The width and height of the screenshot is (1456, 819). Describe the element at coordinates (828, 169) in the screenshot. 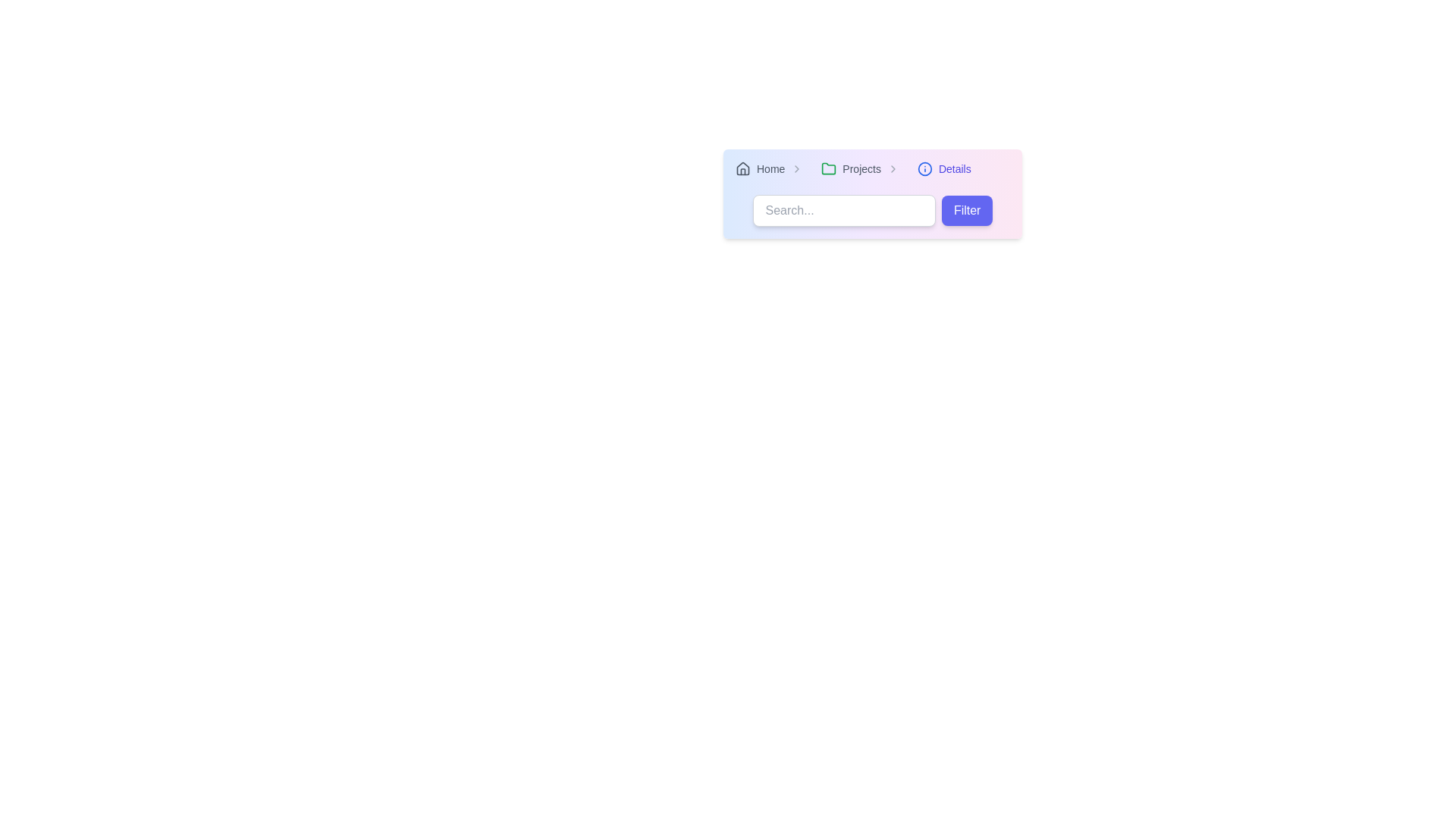

I see `the folder icon with a green outline located to the left of the 'Projects' text label in the breadcrumb navigation bar` at that location.